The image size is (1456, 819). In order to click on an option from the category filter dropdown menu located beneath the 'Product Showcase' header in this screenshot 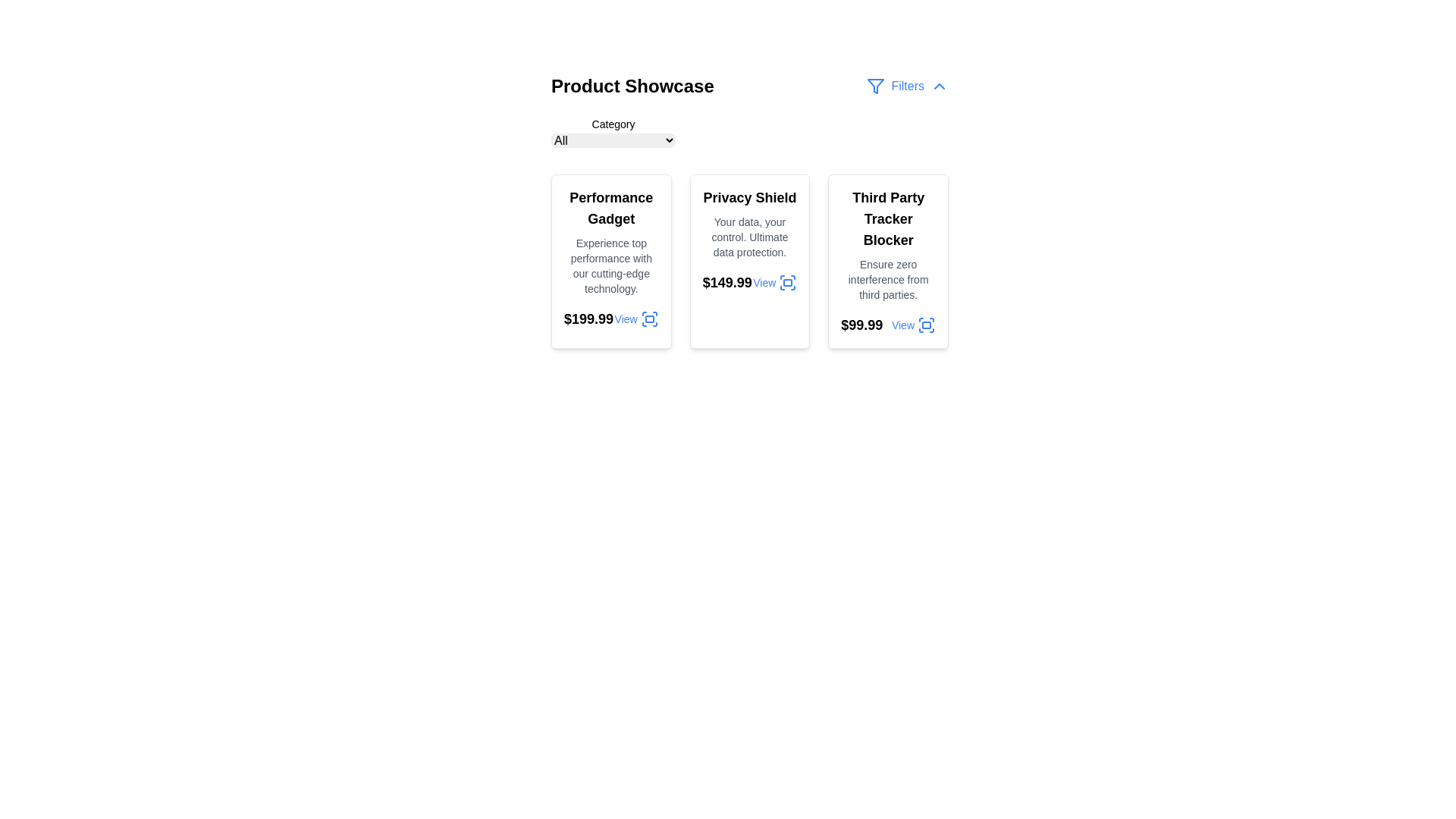, I will do `click(749, 133)`.